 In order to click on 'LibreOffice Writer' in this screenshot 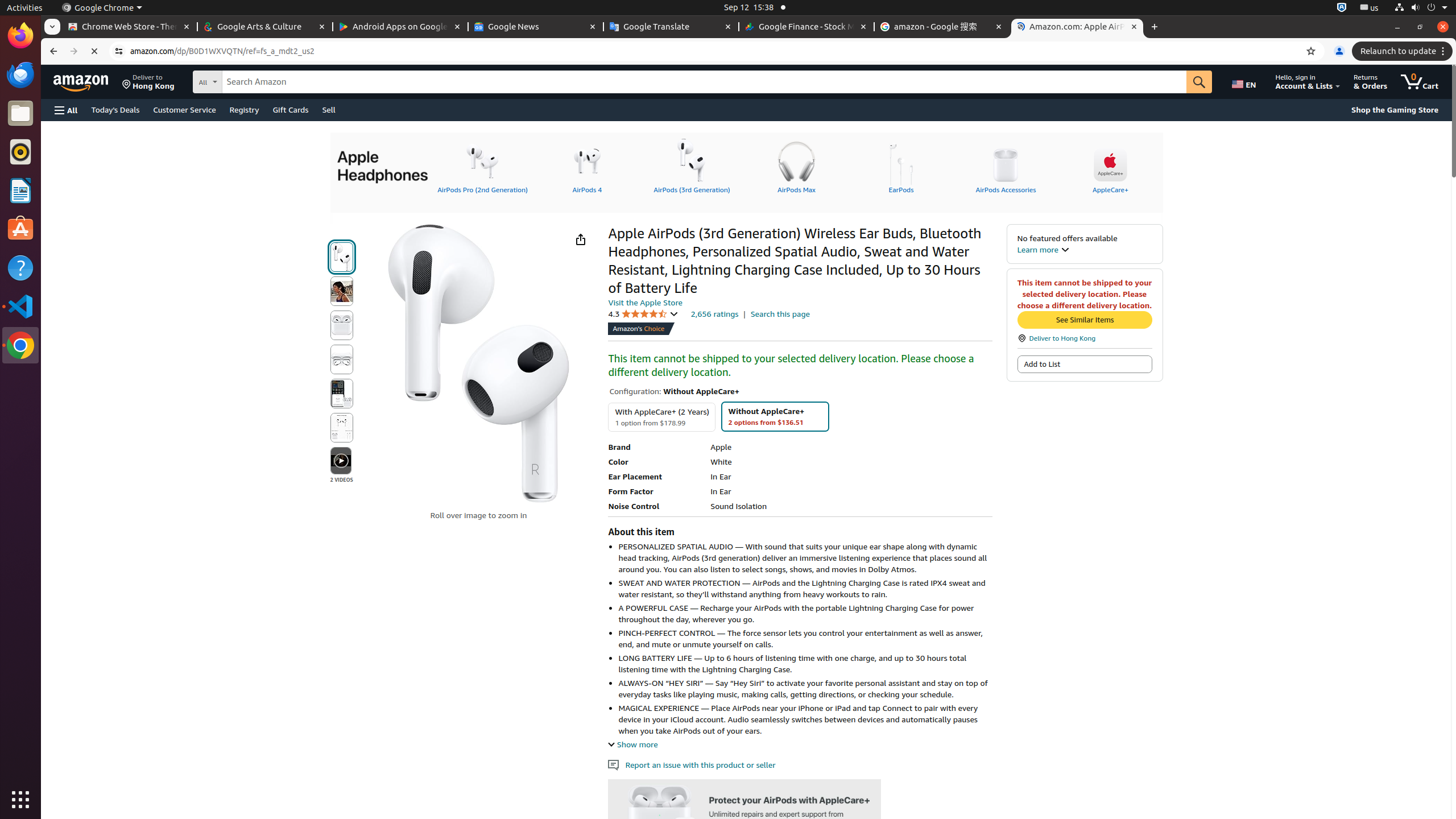, I will do `click(20, 189)`.